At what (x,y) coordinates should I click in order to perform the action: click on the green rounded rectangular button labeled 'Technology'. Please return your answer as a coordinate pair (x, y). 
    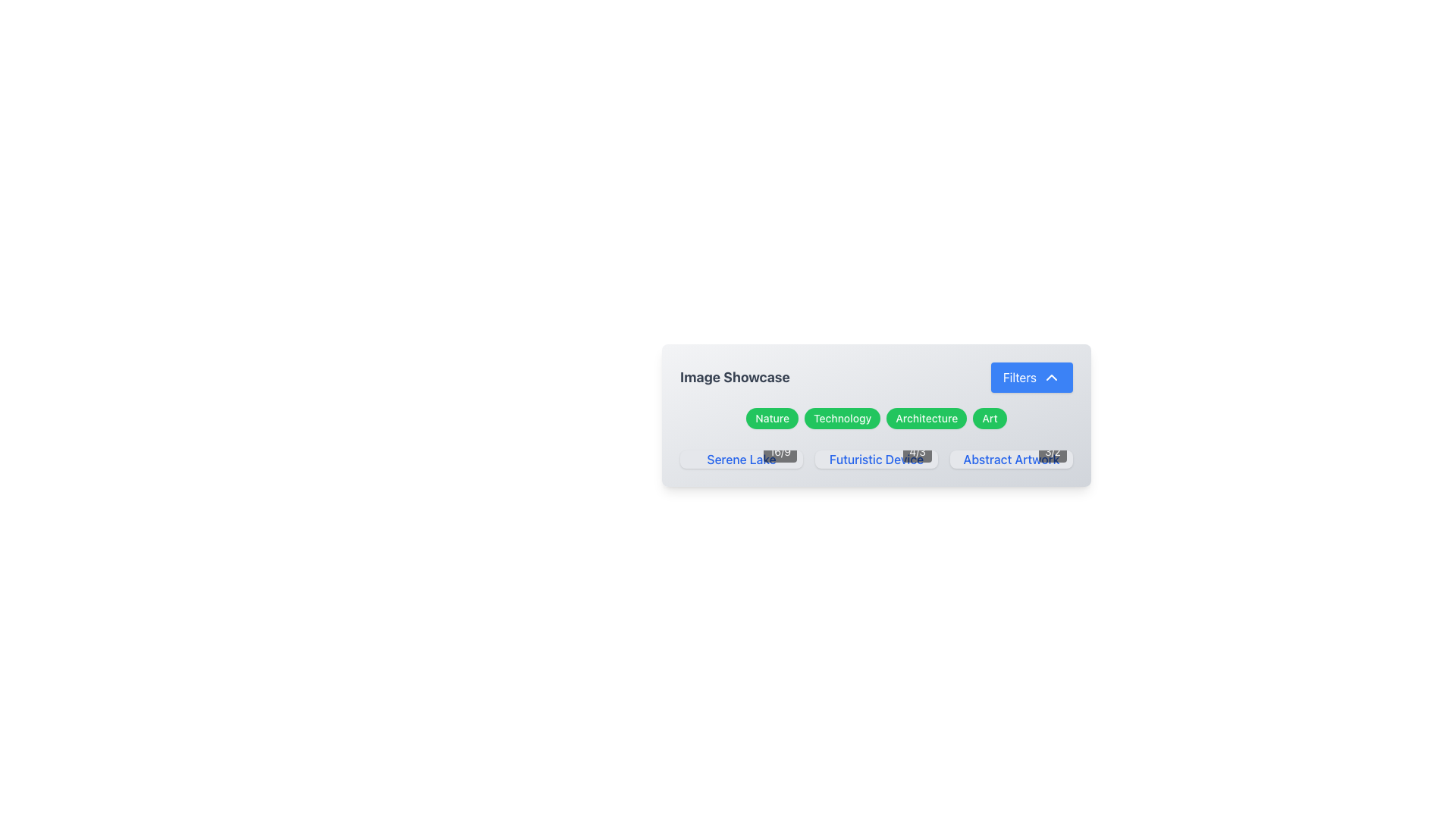
    Looking at the image, I should click on (842, 418).